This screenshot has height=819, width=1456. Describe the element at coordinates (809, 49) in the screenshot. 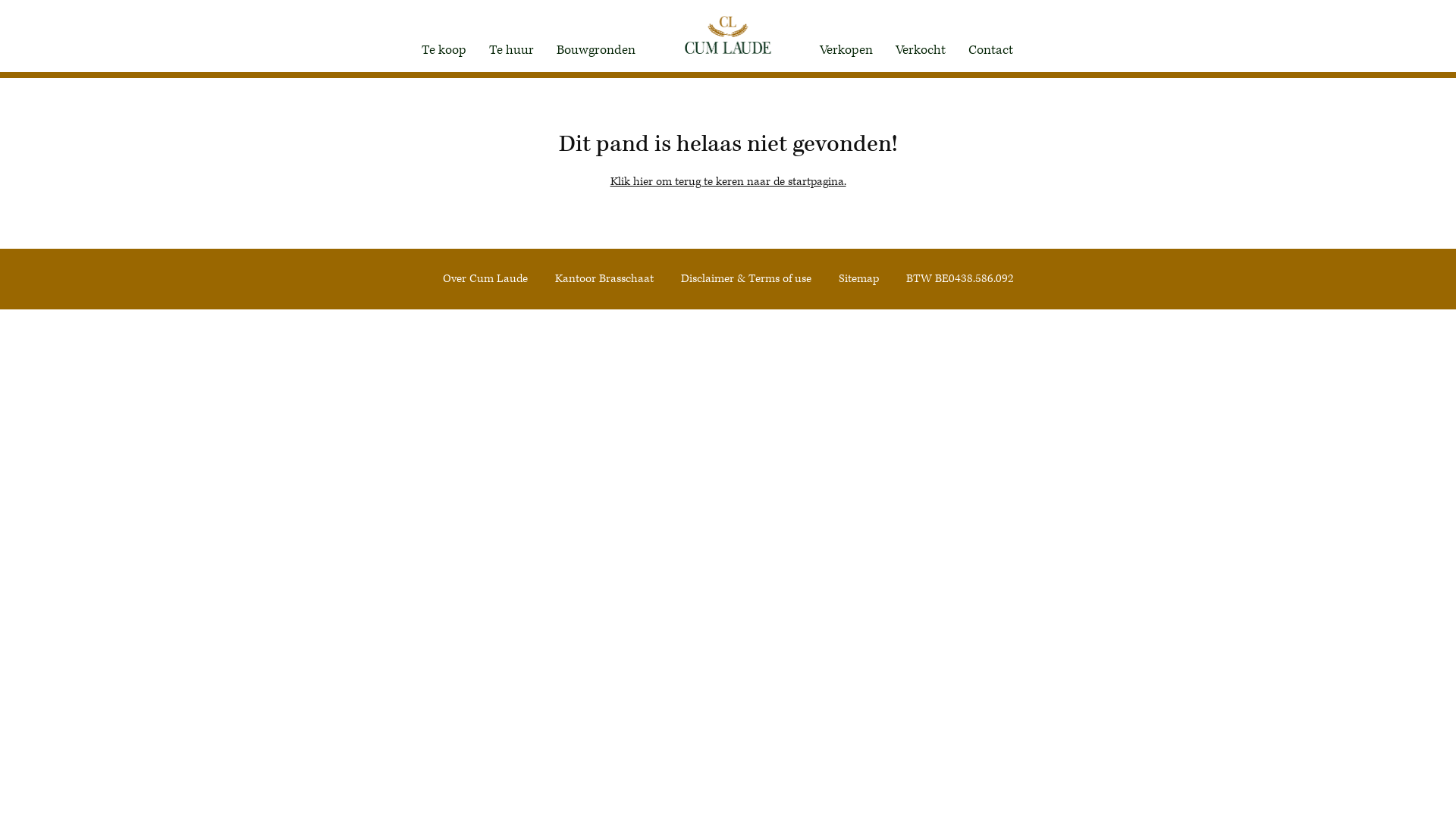

I see `'Verkopen'` at that location.